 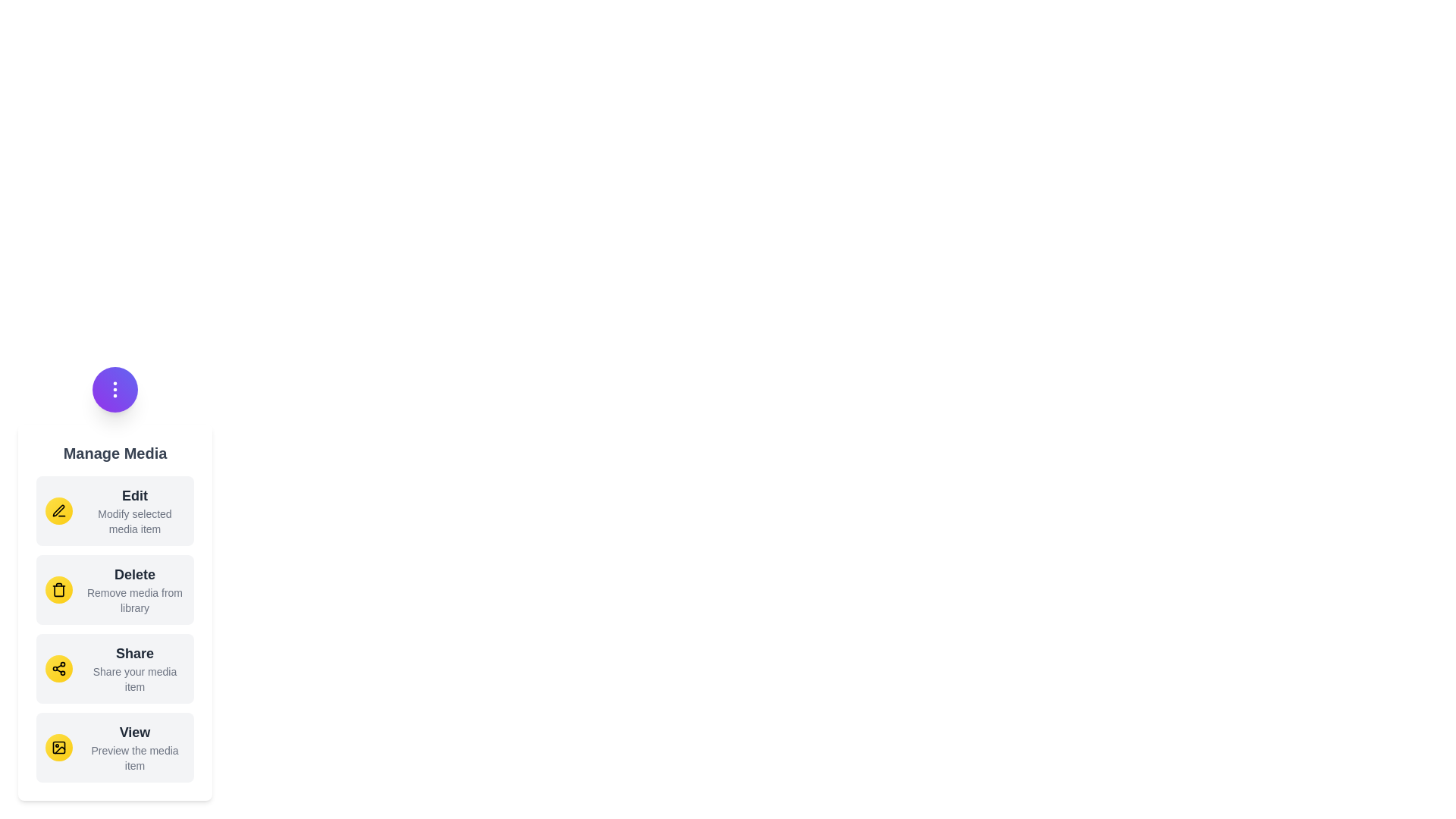 I want to click on the menu item labeled View to view its hover effect, so click(x=115, y=747).